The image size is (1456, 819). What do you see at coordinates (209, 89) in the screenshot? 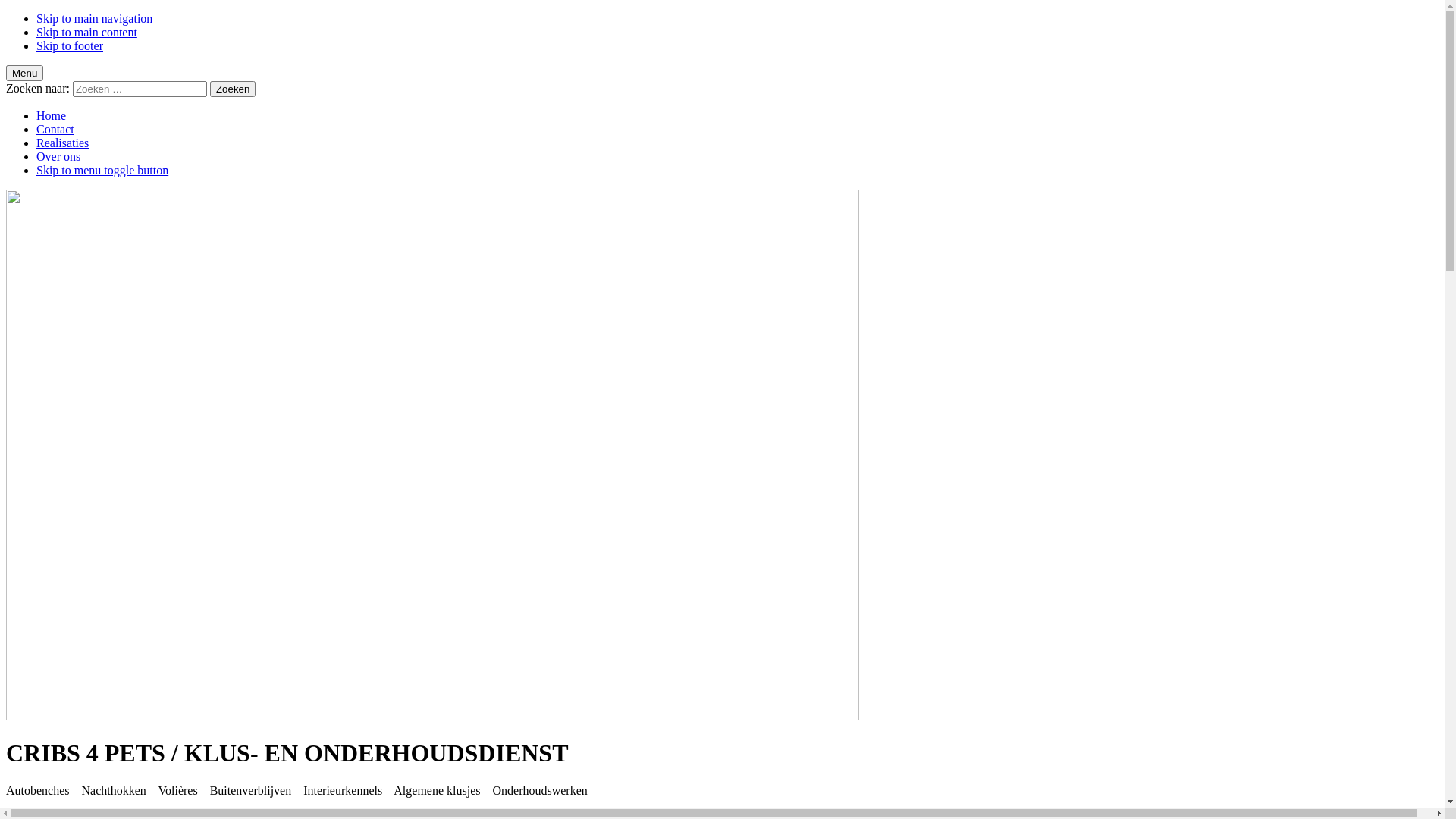
I see `'Zoeken'` at bounding box center [209, 89].